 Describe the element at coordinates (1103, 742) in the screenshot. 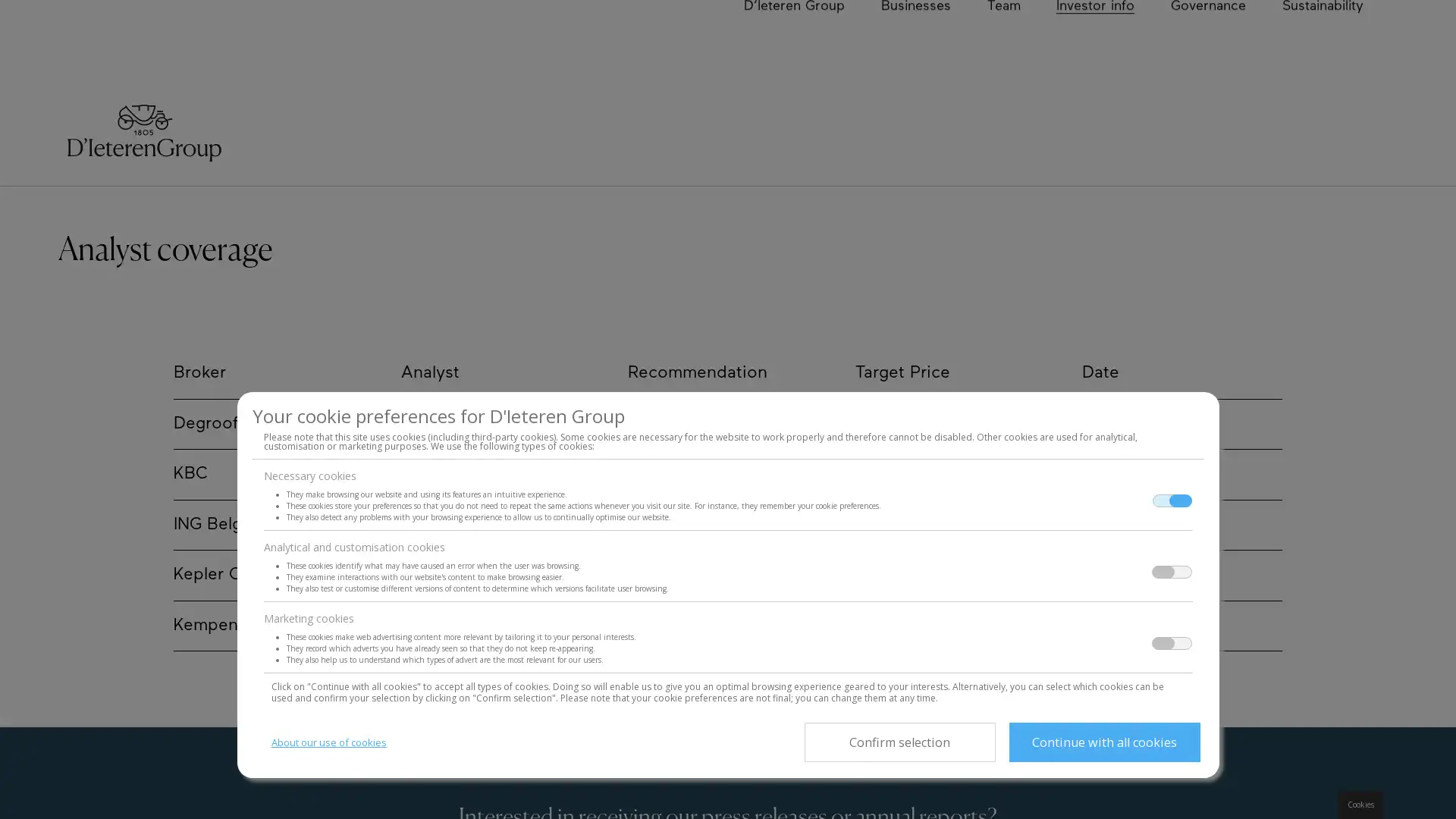

I see `Close Consent Modal` at that location.